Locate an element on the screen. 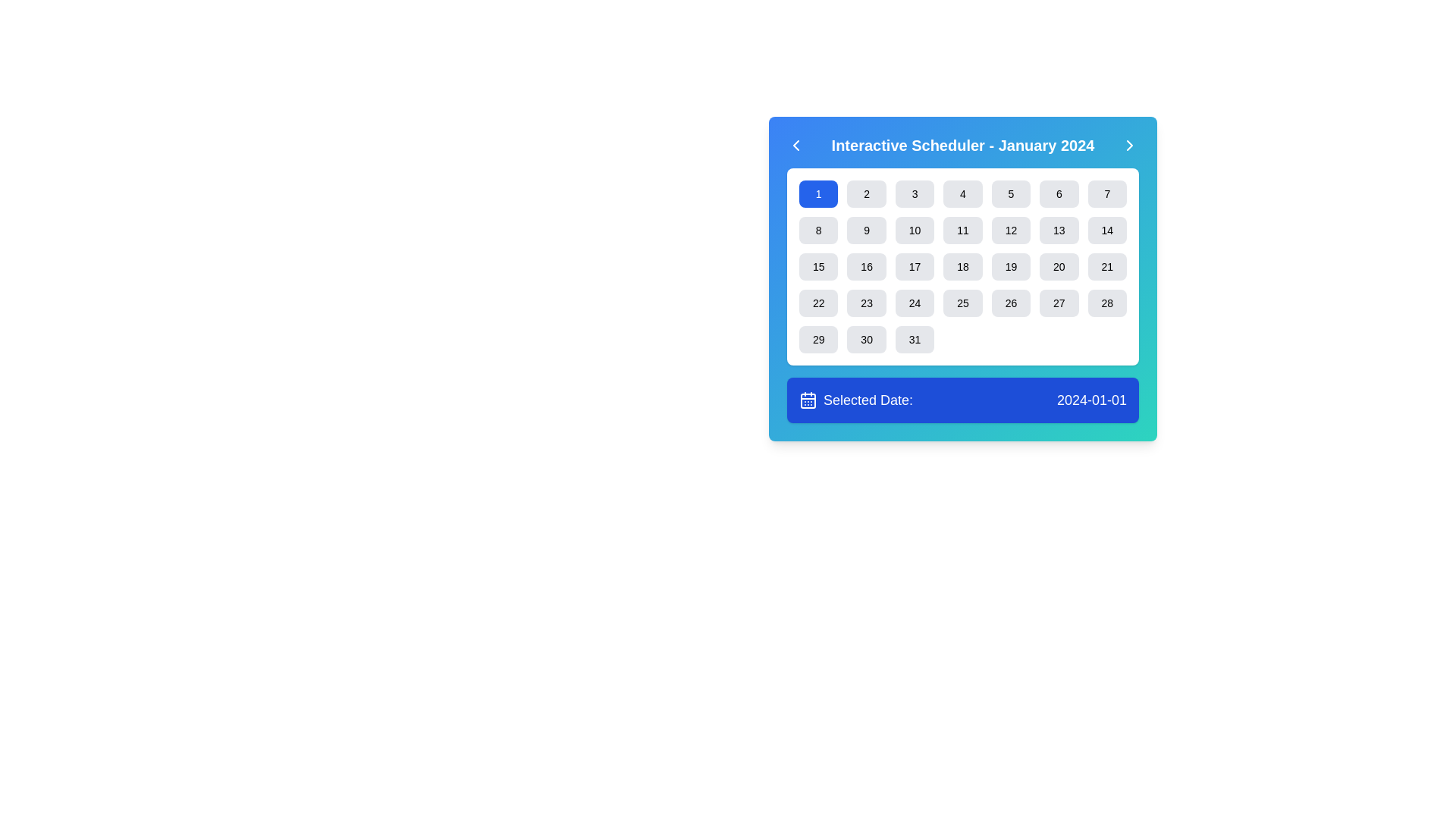  the rectangular button with rounded corners containing the number '5' in black text is located at coordinates (1011, 193).